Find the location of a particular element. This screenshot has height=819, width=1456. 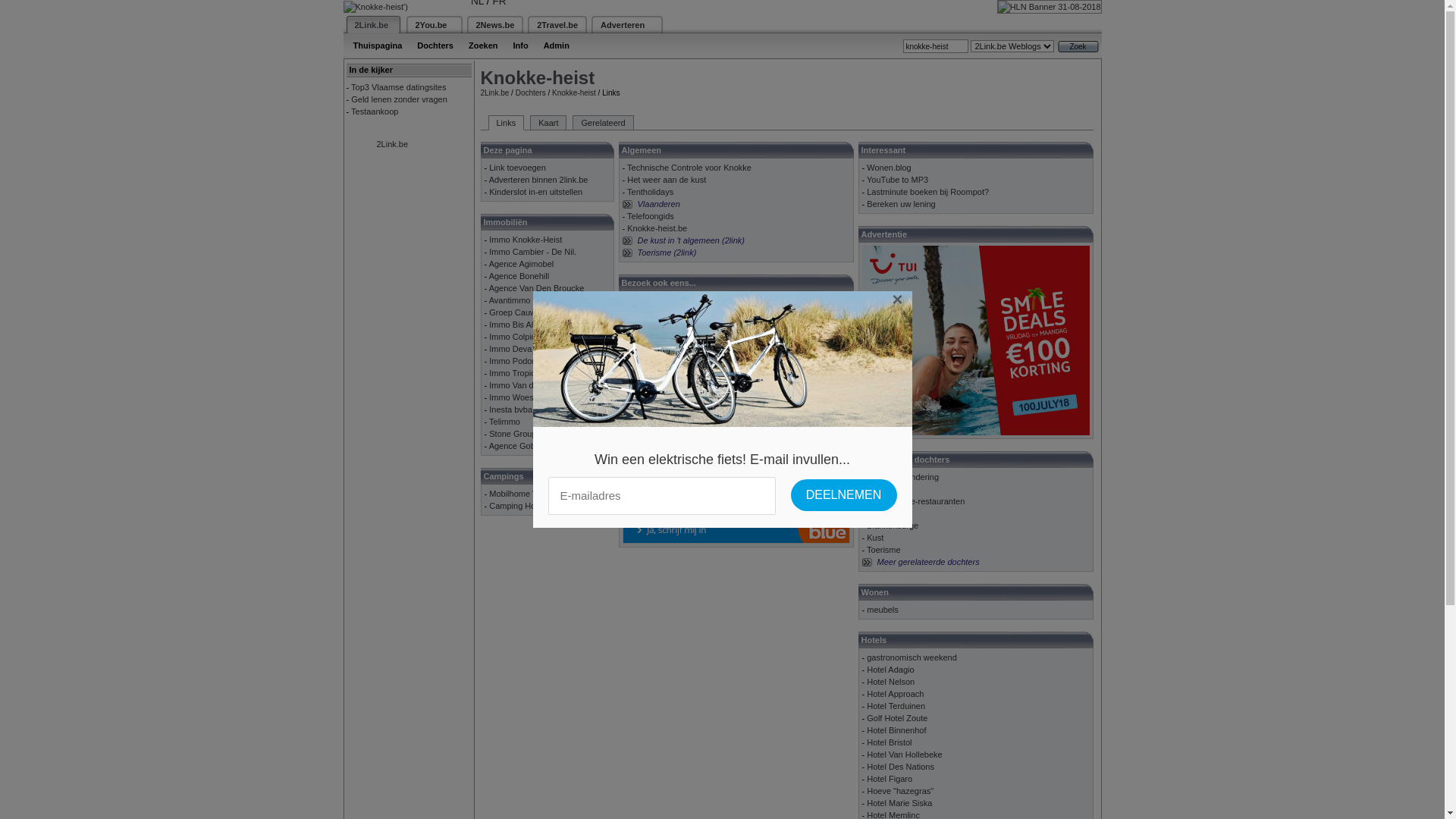

'Hotel Binnenhof' is located at coordinates (896, 730).